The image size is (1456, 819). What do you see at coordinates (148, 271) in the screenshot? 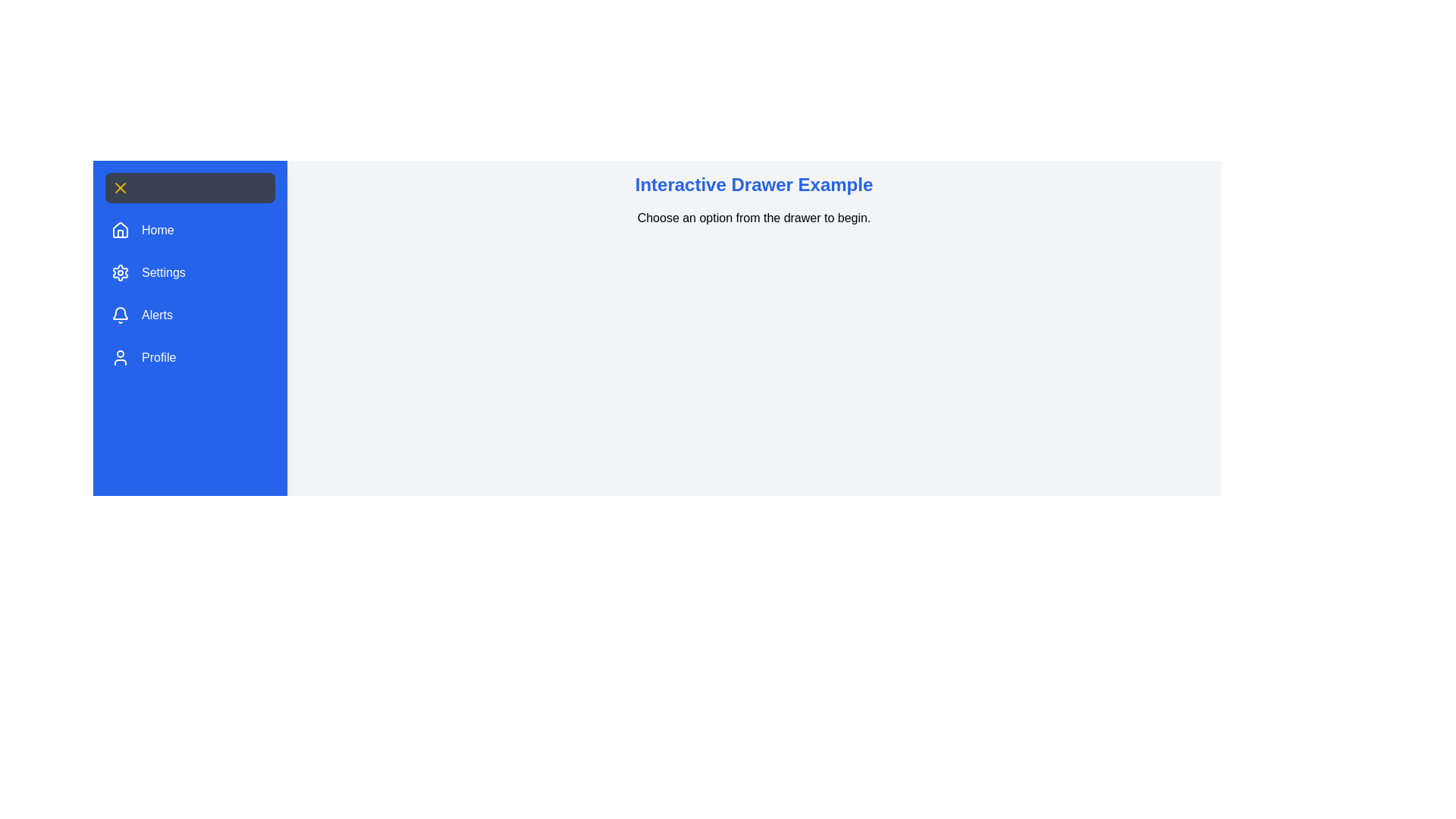
I see `the 'Settings' button in the drawer` at bounding box center [148, 271].